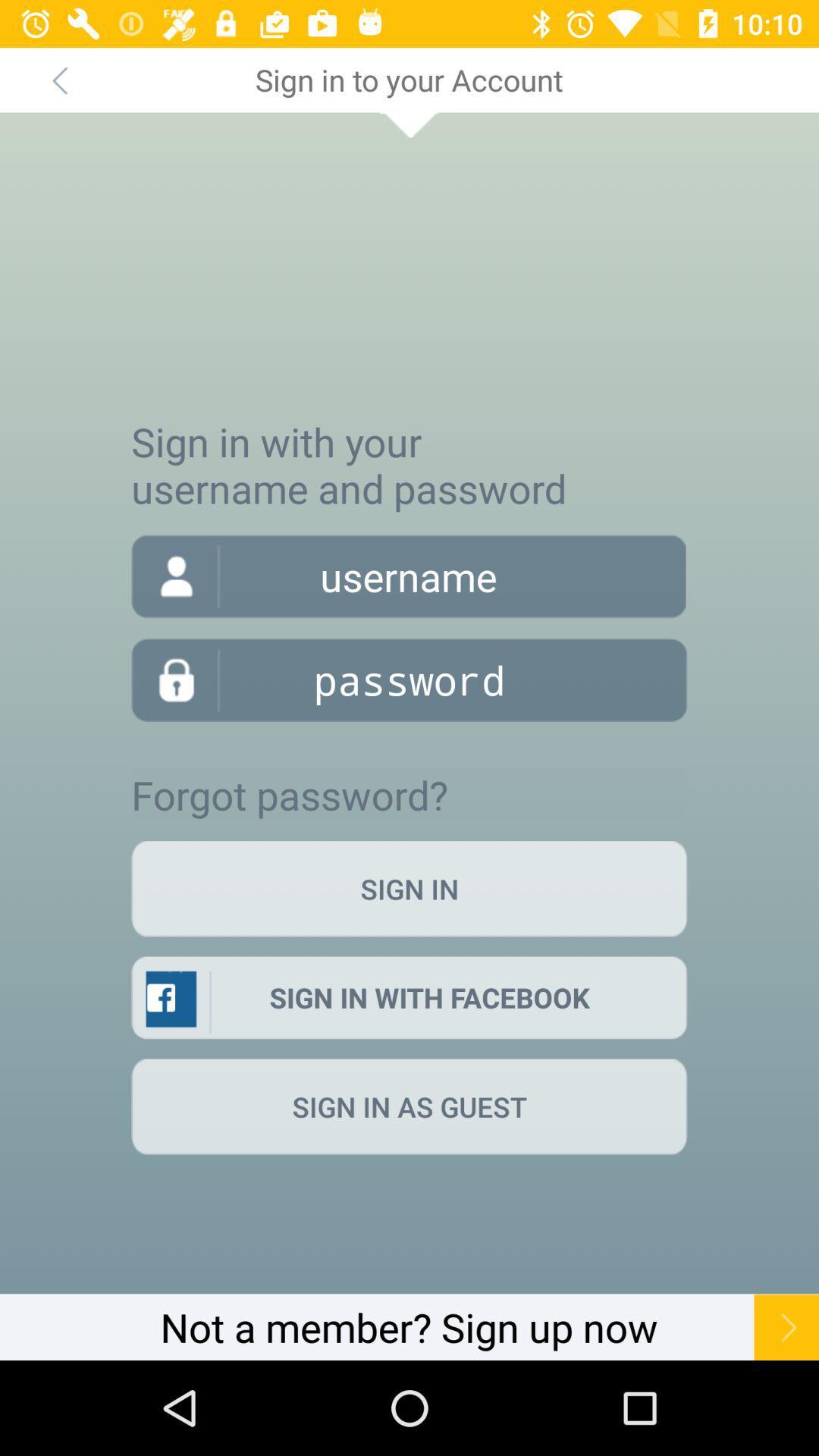  What do you see at coordinates (290, 794) in the screenshot?
I see `forgot password? icon` at bounding box center [290, 794].